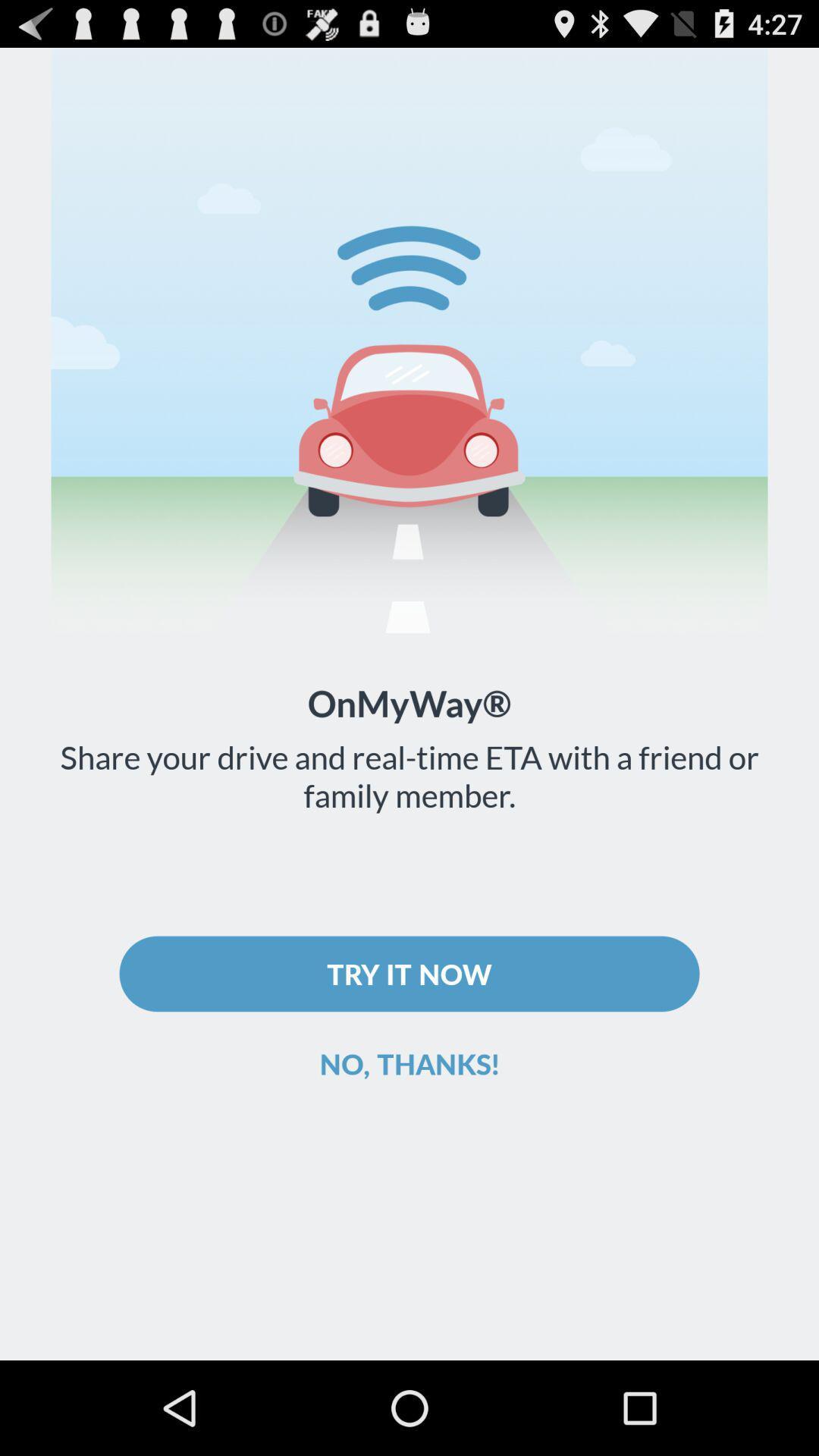 This screenshot has width=819, height=1456. I want to click on icon below the try it now icon, so click(409, 1062).